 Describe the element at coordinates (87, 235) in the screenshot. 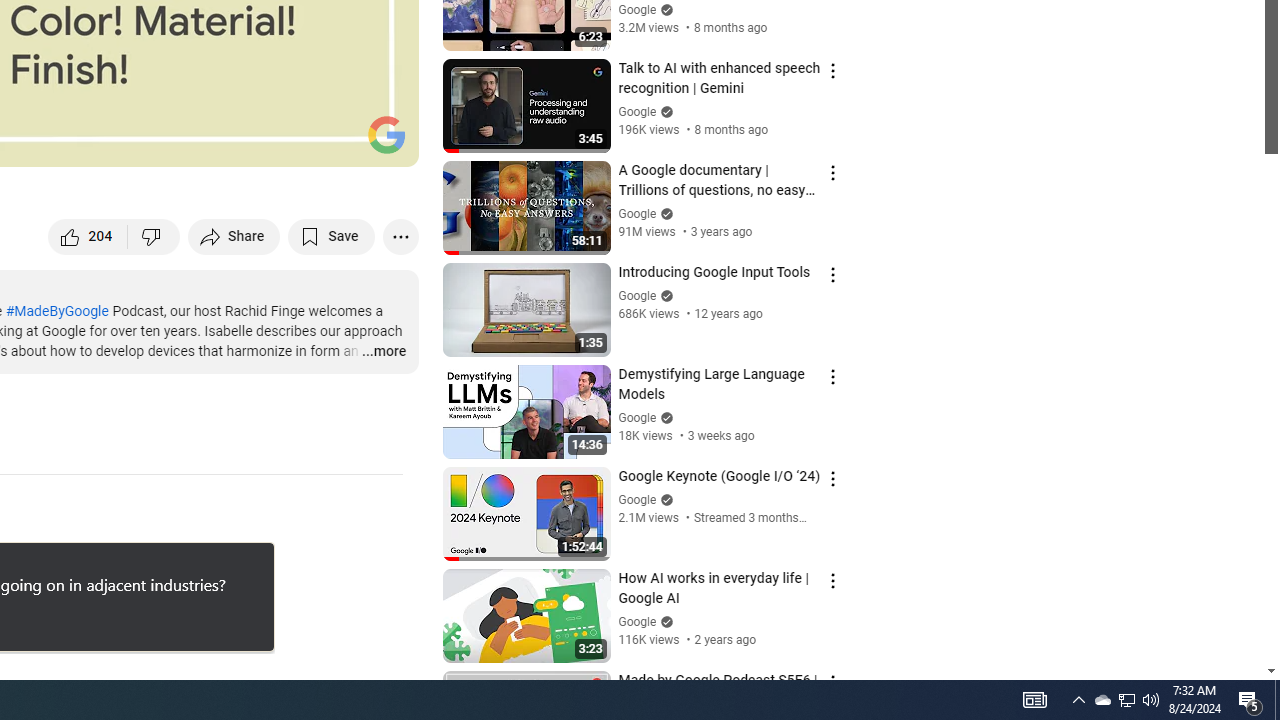

I see `'like this video along with 204 other people'` at that location.